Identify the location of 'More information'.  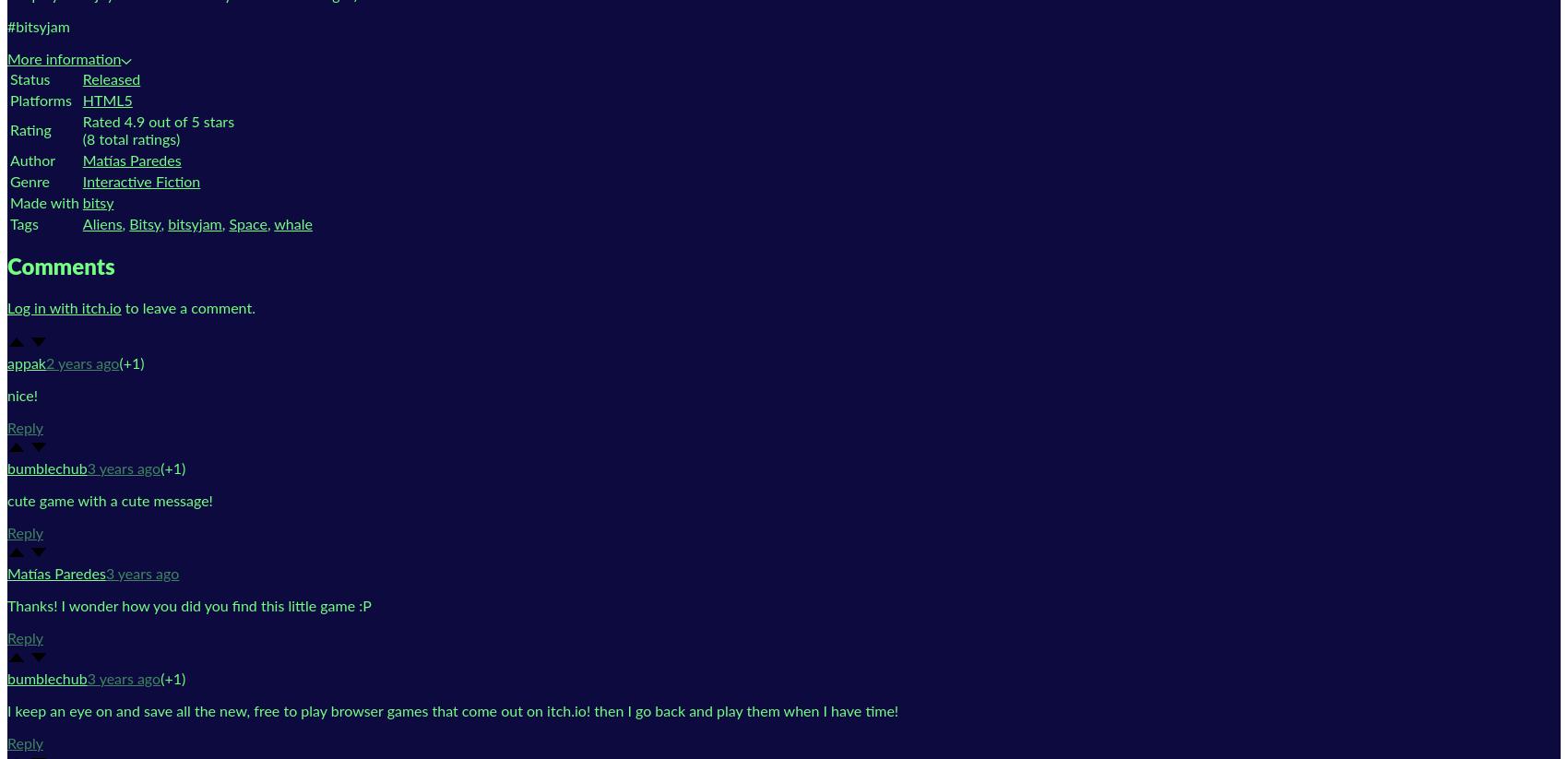
(64, 59).